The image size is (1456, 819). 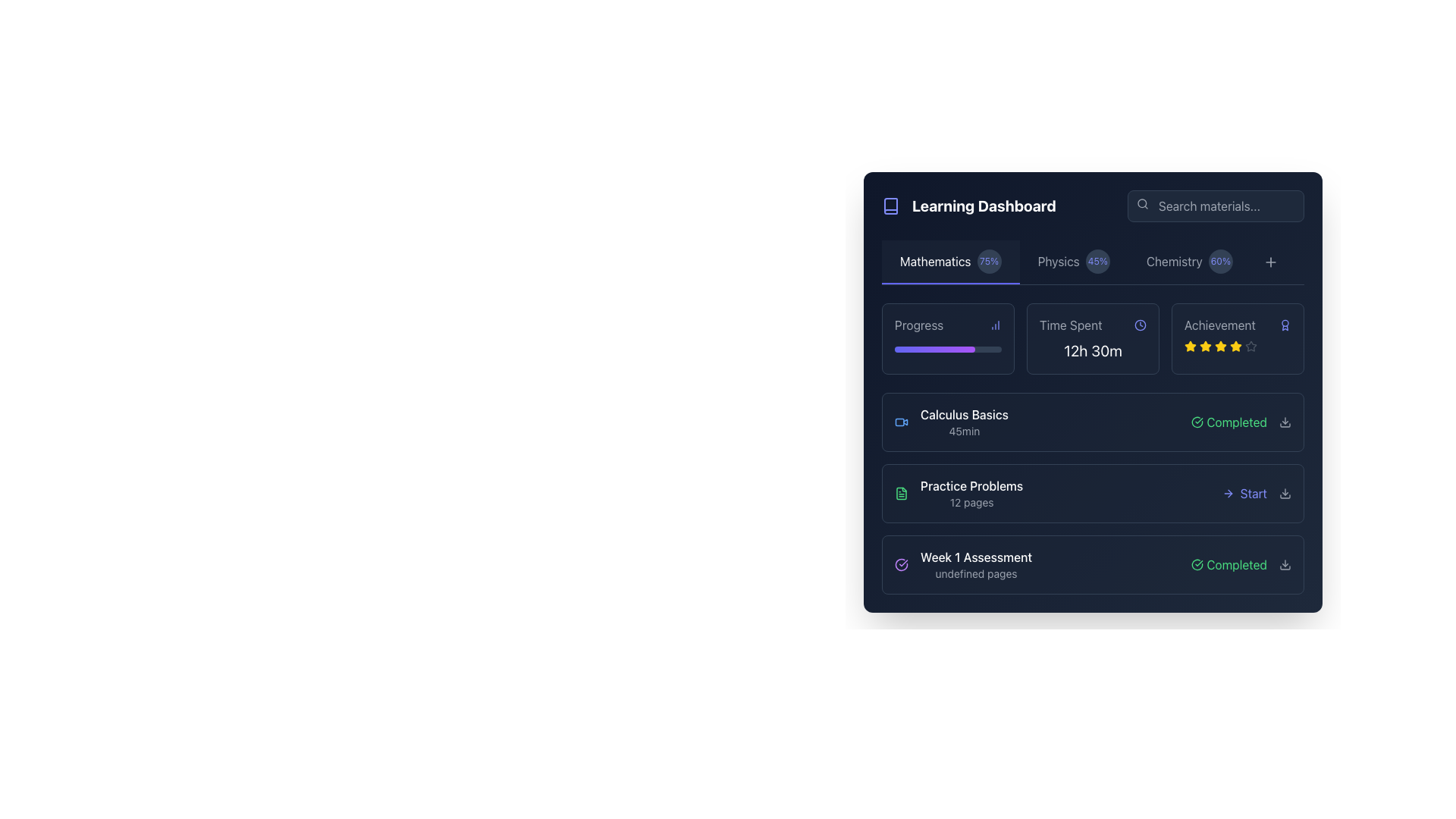 I want to click on the Progress bar element located in the 'Progress' section of the 'Learning Dashboard', which visually represents the user's progress or completion rate, so click(x=947, y=350).